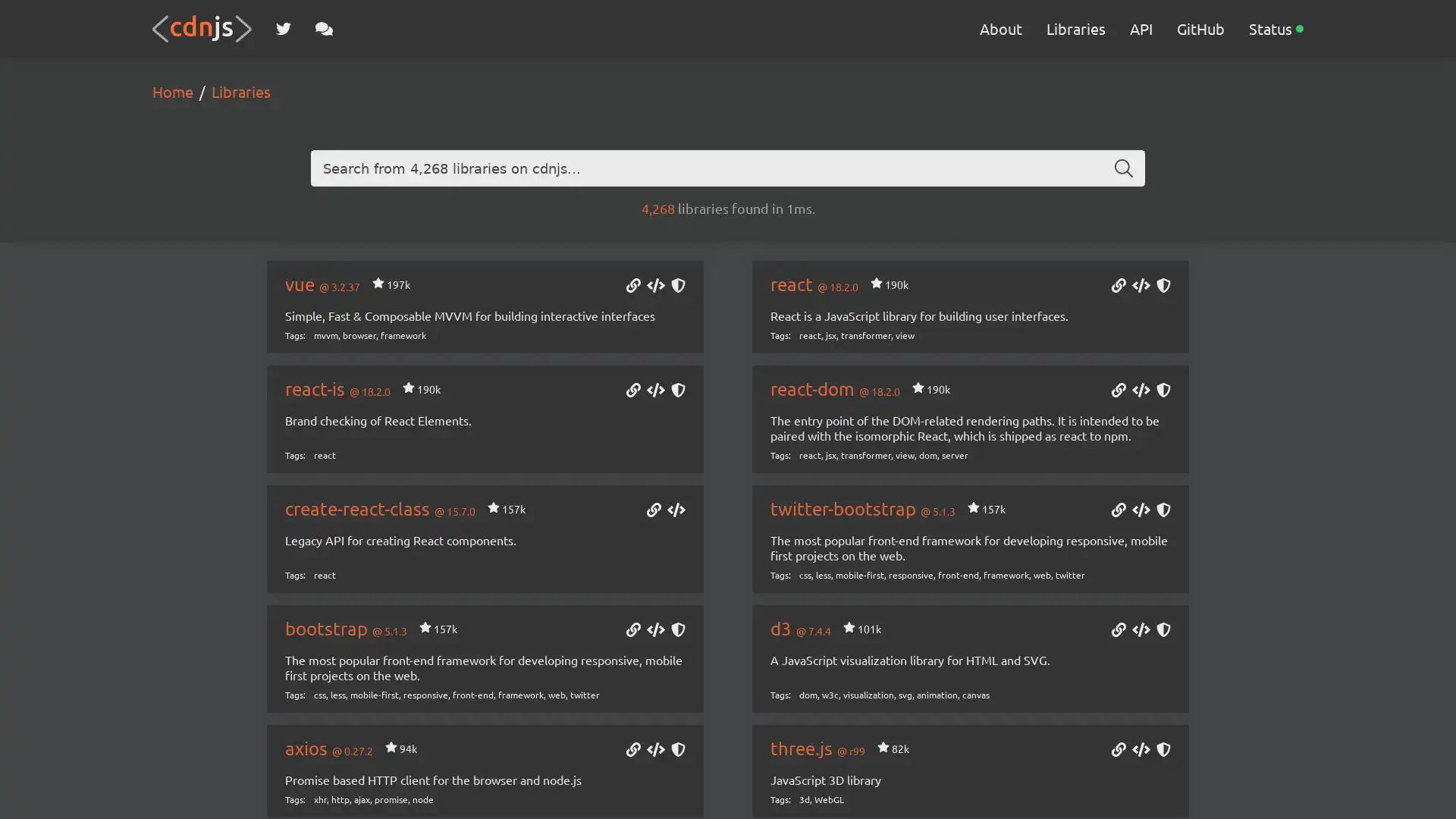  I want to click on Copy SRI Hash, so click(1163, 391).